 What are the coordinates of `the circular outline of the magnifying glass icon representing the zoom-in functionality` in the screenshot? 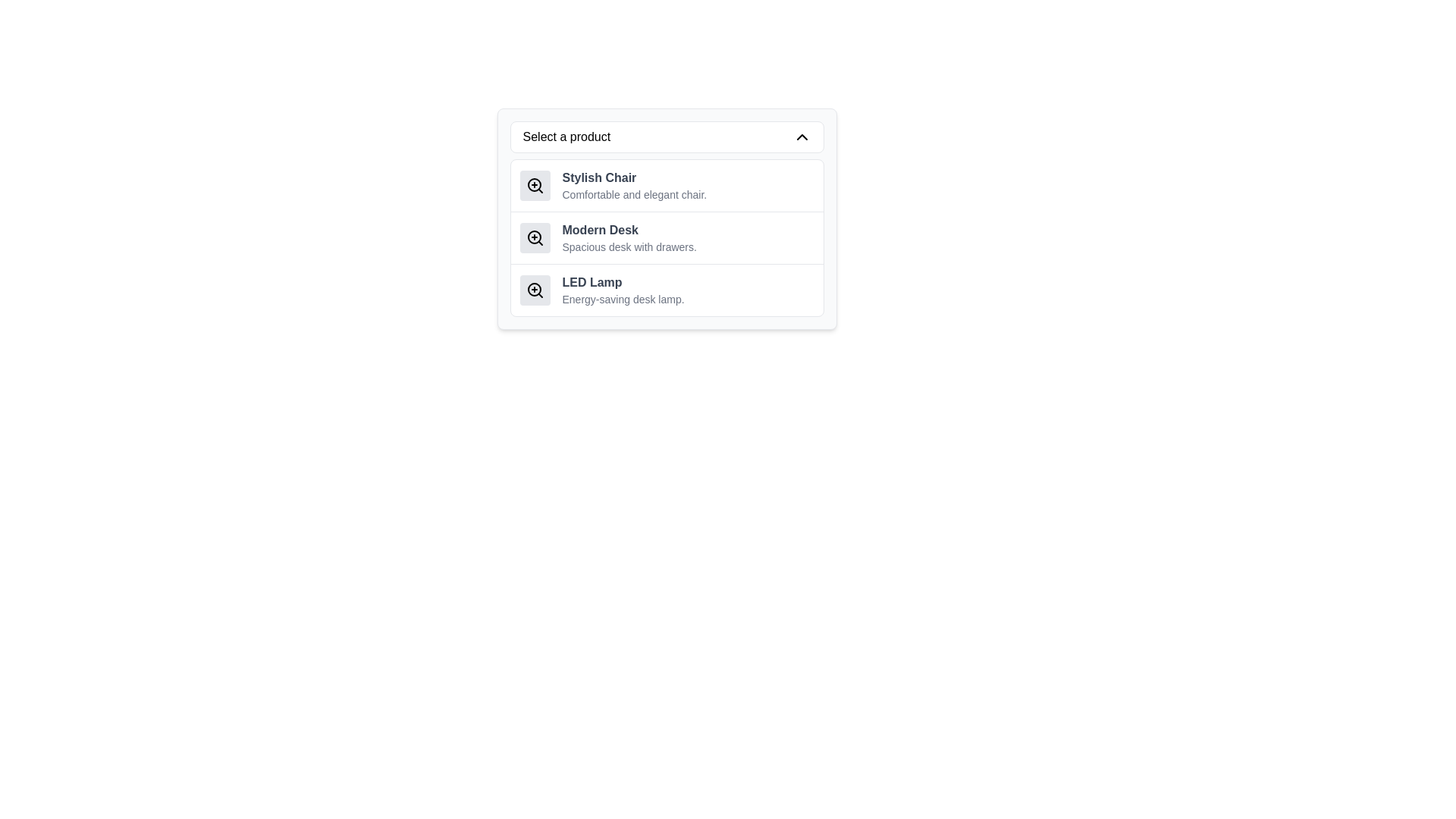 It's located at (534, 289).